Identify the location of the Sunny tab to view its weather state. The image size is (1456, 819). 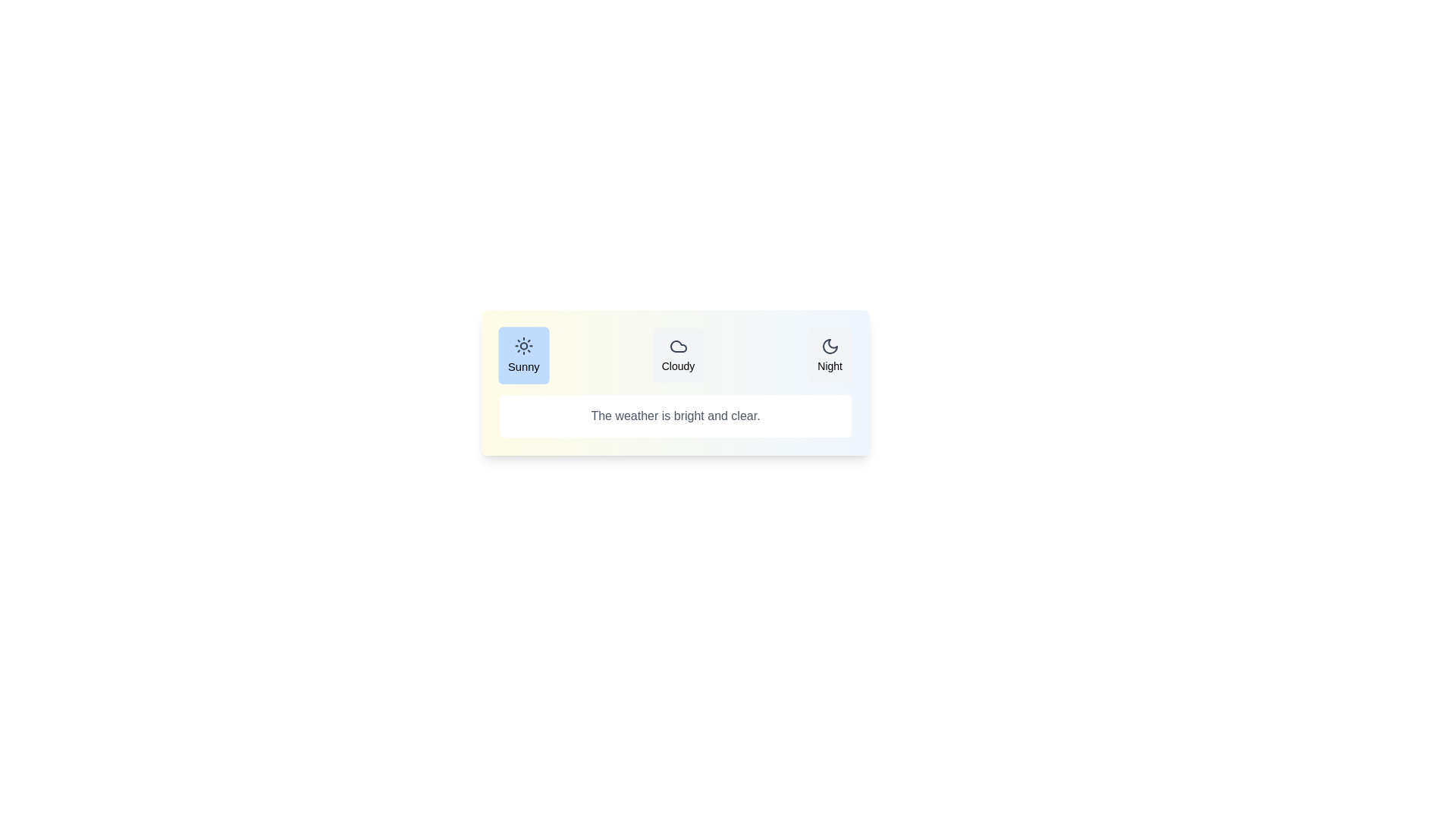
(523, 356).